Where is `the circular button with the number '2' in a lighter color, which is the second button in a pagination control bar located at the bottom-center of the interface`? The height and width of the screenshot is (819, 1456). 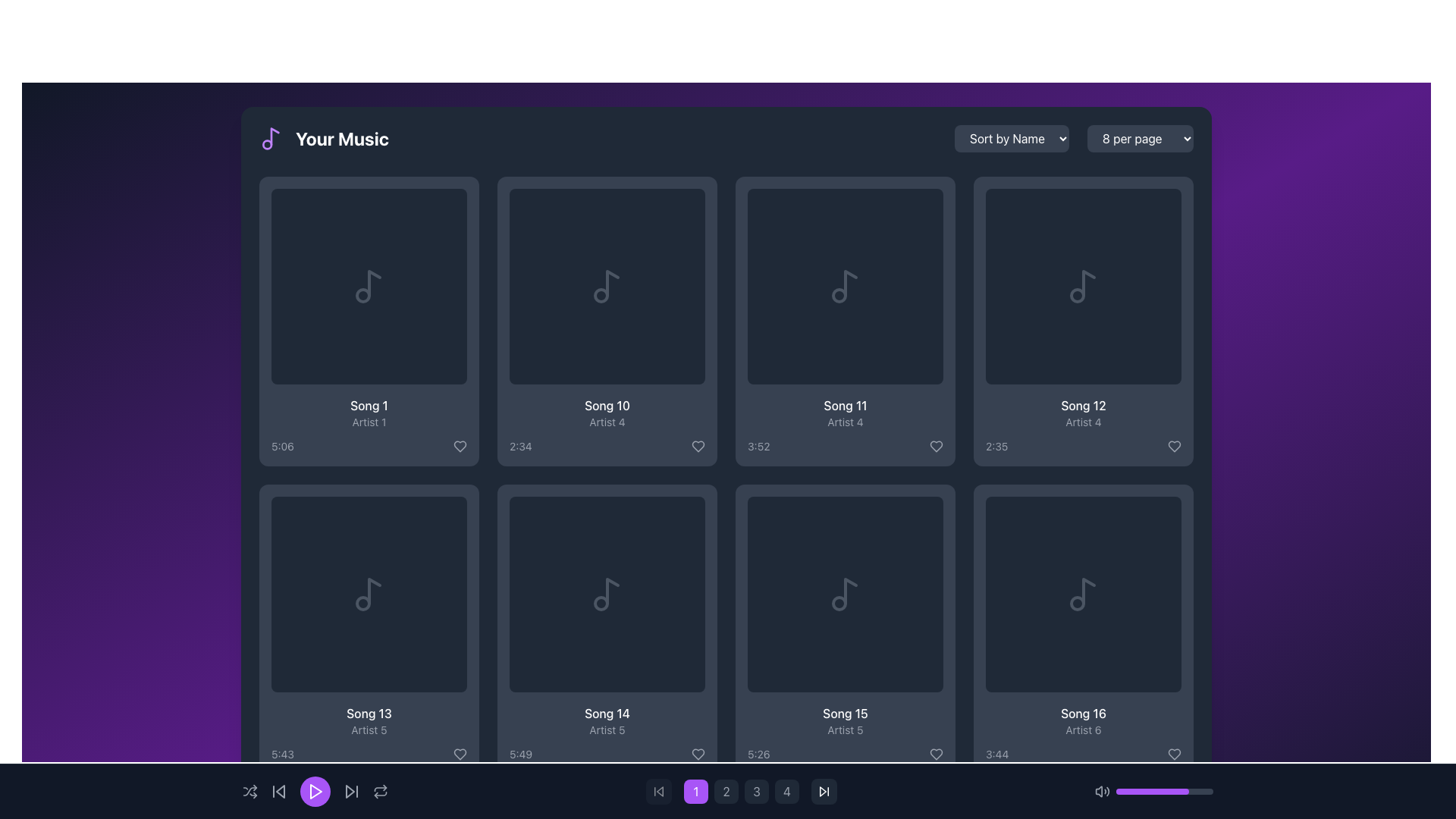 the circular button with the number '2' in a lighter color, which is the second button in a pagination control bar located at the bottom-center of the interface is located at coordinates (726, 791).